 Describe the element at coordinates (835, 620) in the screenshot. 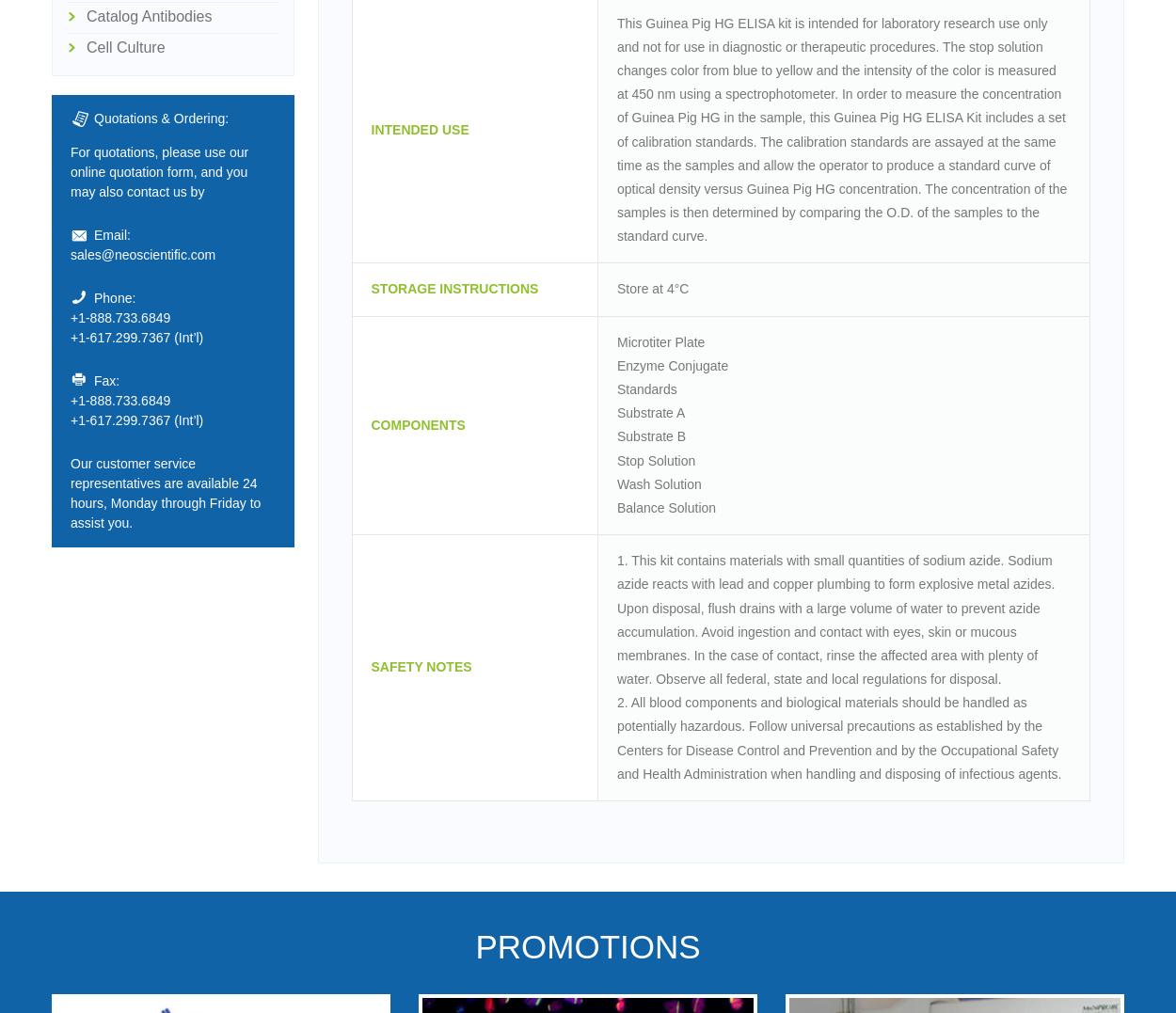

I see `'1. This kit contains materials with small quantities of sodium azide. Sodium azide reacts with lead and copper plumbing to form explosive metal azides. Upon disposal, flush drains with a large volume of water to prevent azide accumulation. Avoid ingestion and contact with eyes, skin or mucous membranes. In the case of contact, rinse the affected area with plenty of water. Observe all federal, state and local regulations for disposal.'` at that location.